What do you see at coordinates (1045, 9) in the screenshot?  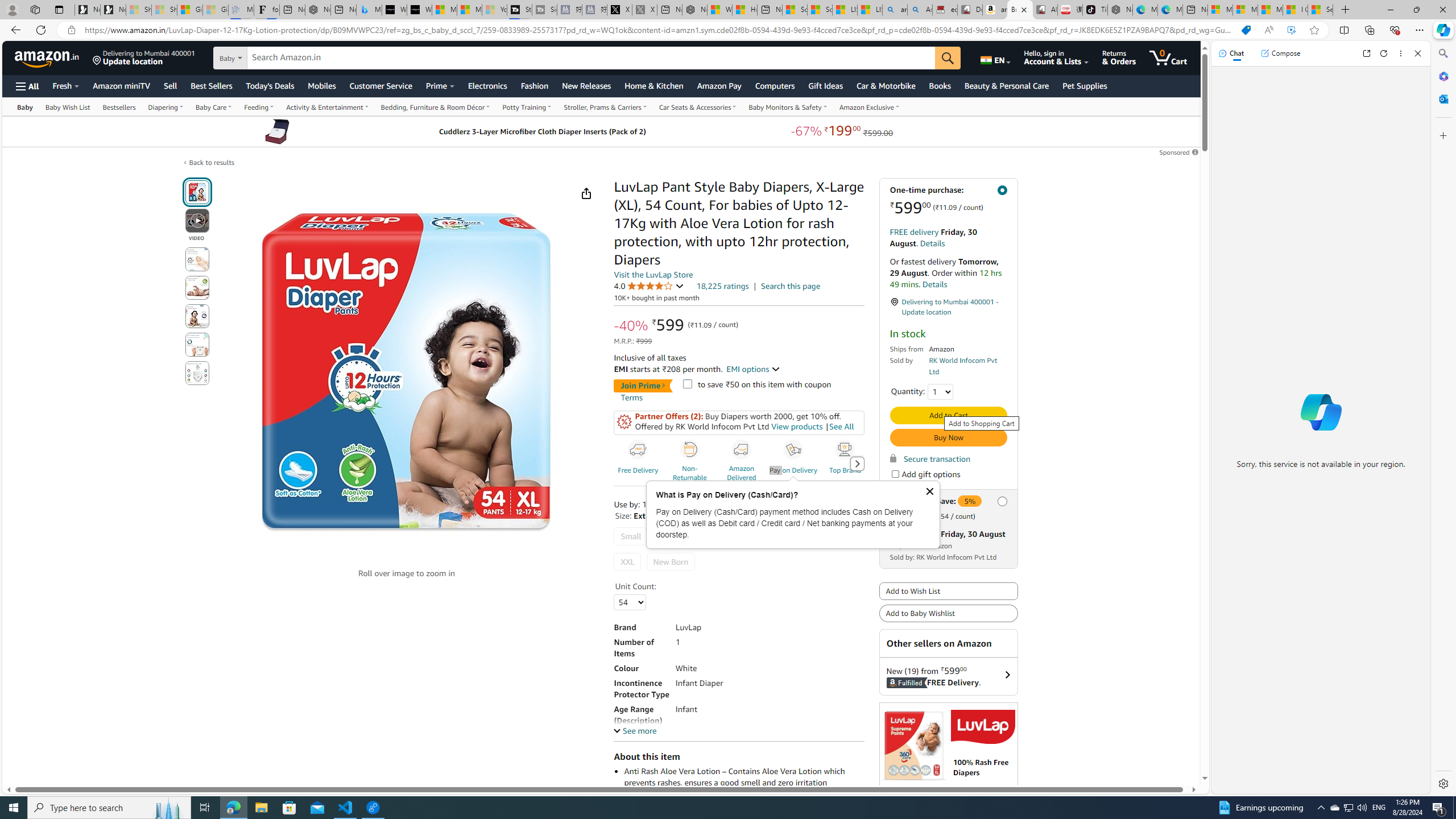 I see `'All Cubot phones'` at bounding box center [1045, 9].